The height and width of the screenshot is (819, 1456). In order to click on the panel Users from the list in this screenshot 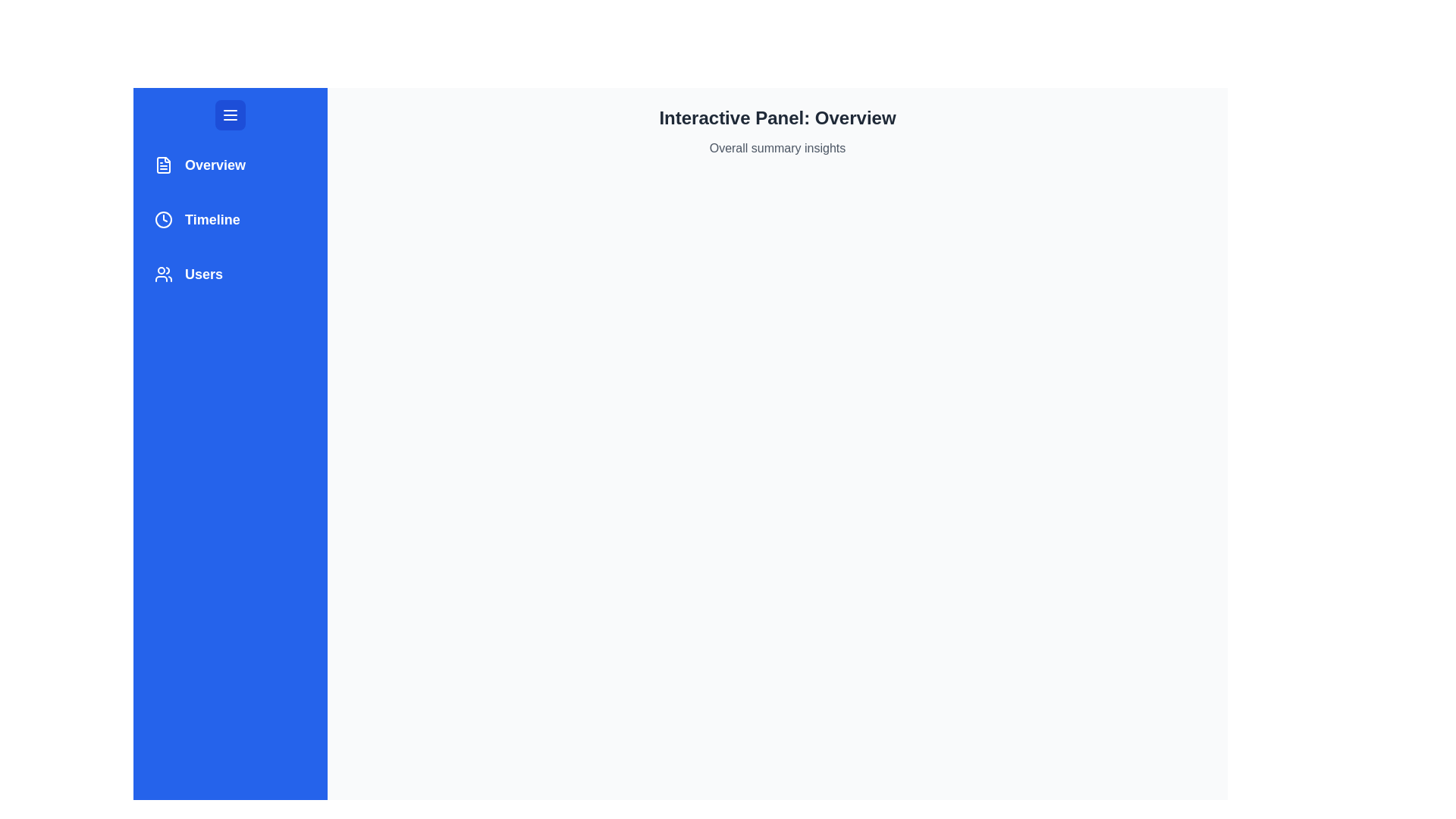, I will do `click(229, 275)`.